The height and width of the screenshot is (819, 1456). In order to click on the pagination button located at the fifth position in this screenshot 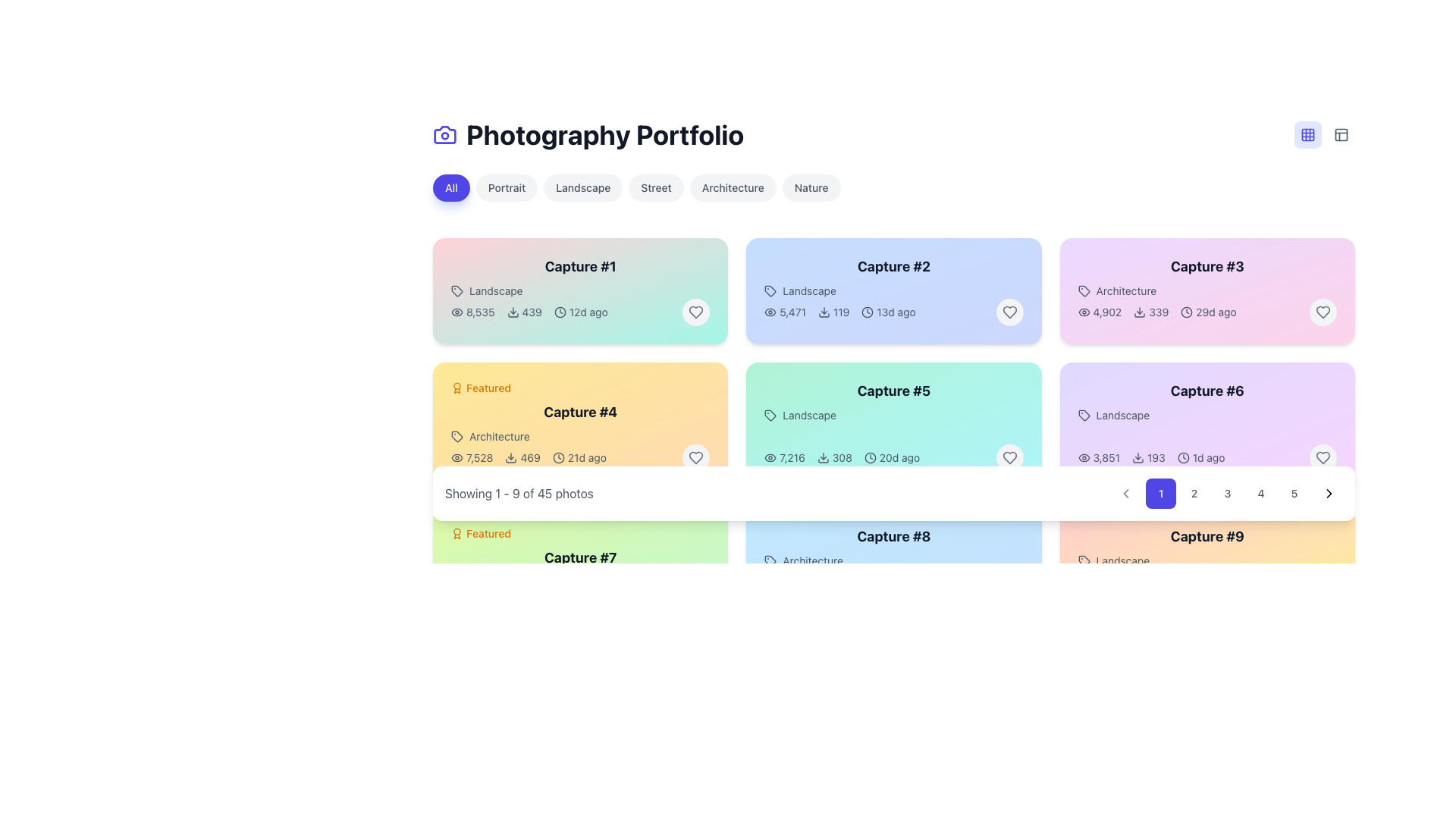, I will do `click(1294, 494)`.